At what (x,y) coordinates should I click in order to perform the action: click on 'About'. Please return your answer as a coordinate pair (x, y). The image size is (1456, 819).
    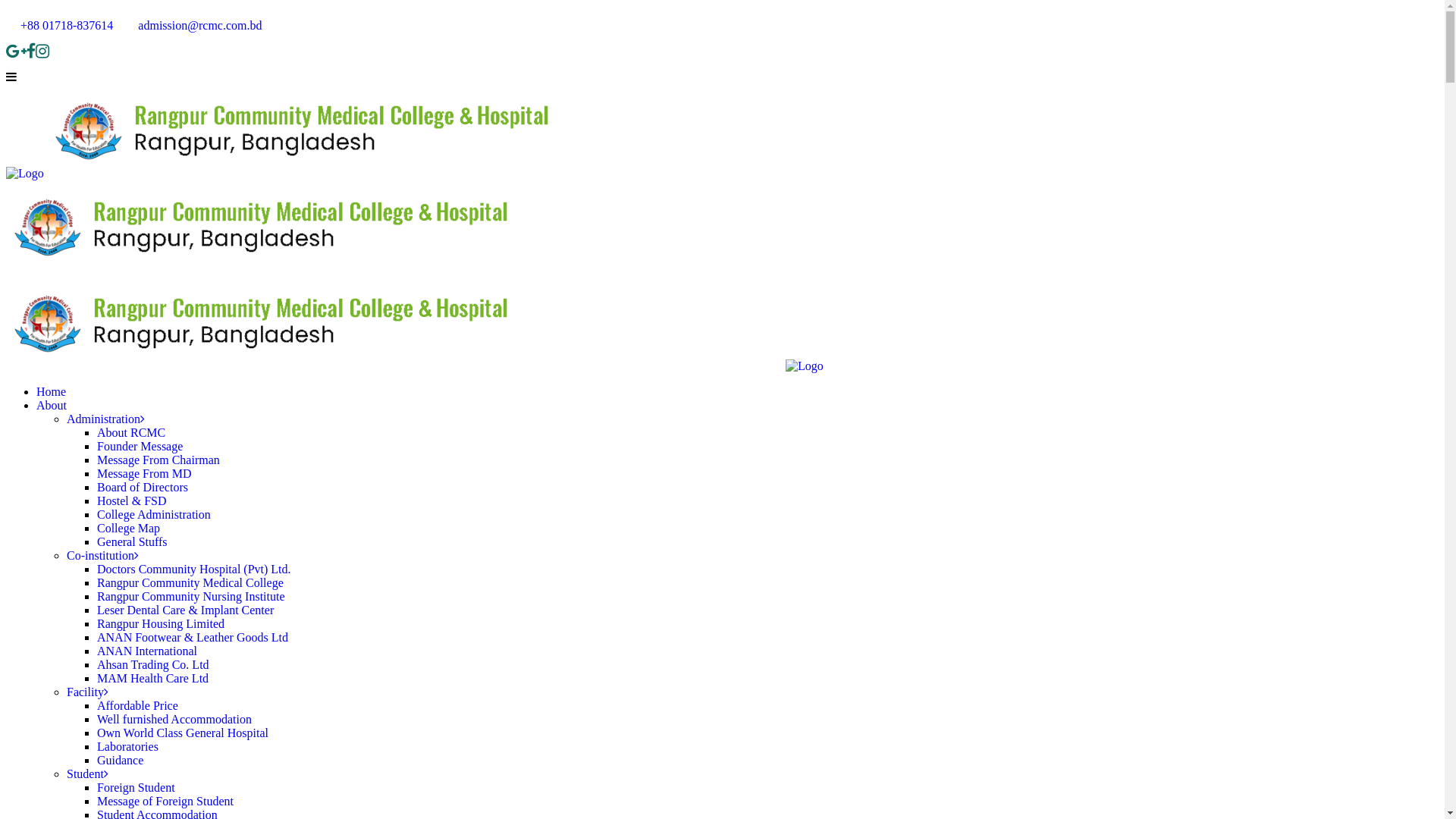
    Looking at the image, I should click on (51, 404).